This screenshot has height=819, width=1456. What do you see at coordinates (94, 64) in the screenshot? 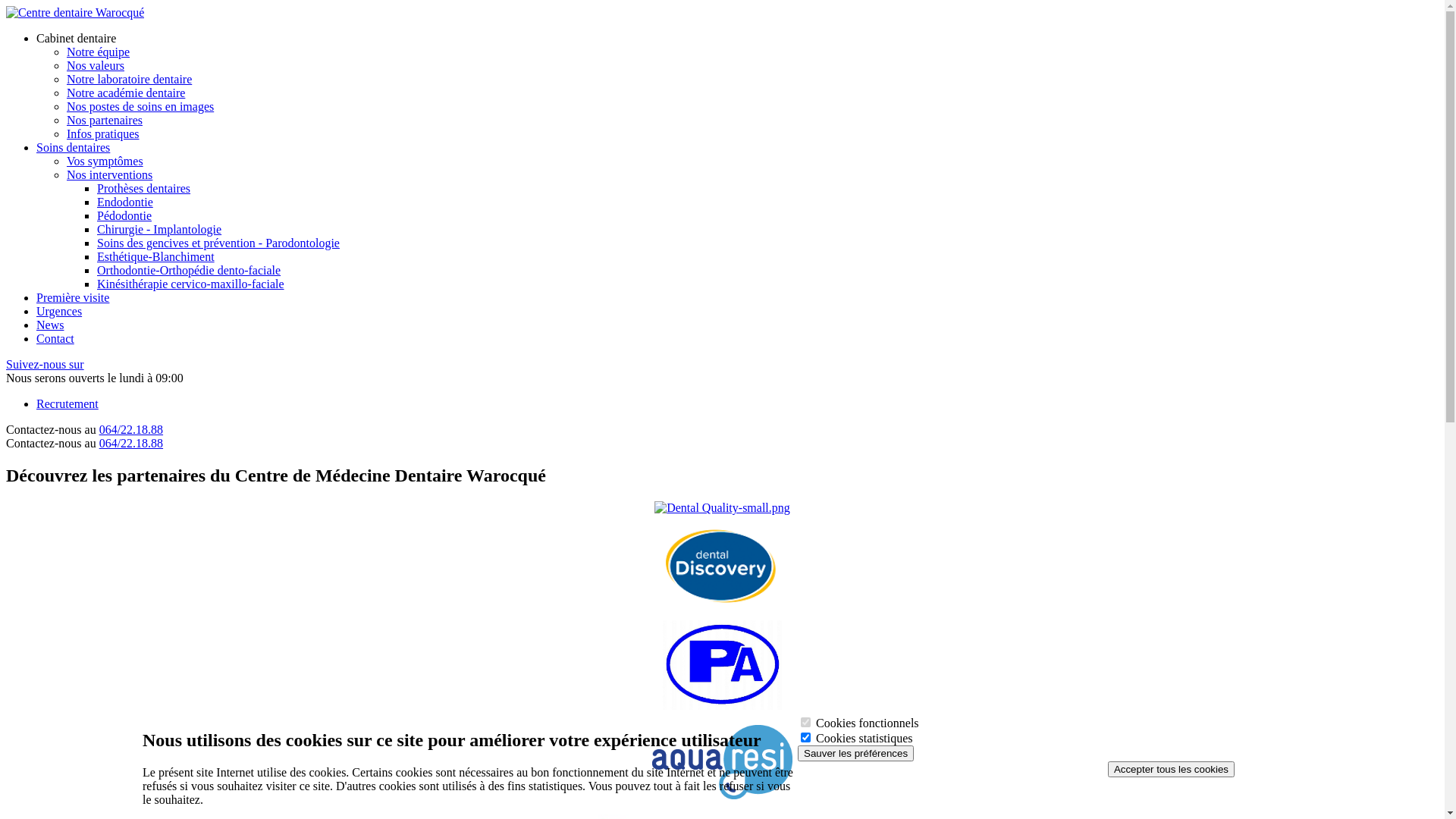
I see `'Nos valeurs'` at bounding box center [94, 64].